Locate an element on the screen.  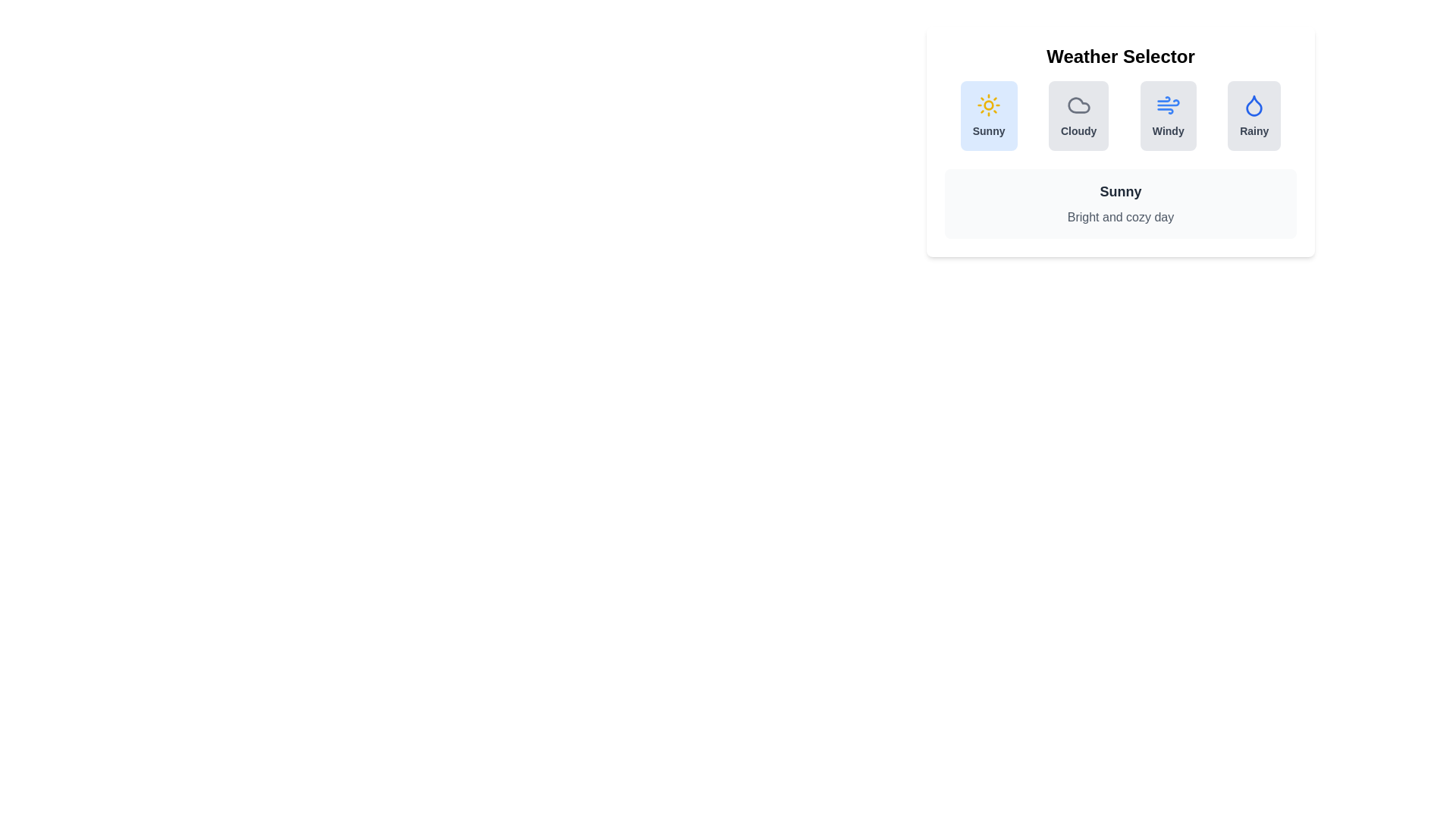
the small yellow circular graphic element representing the center of the sun icon in the Weather Selector component is located at coordinates (989, 104).